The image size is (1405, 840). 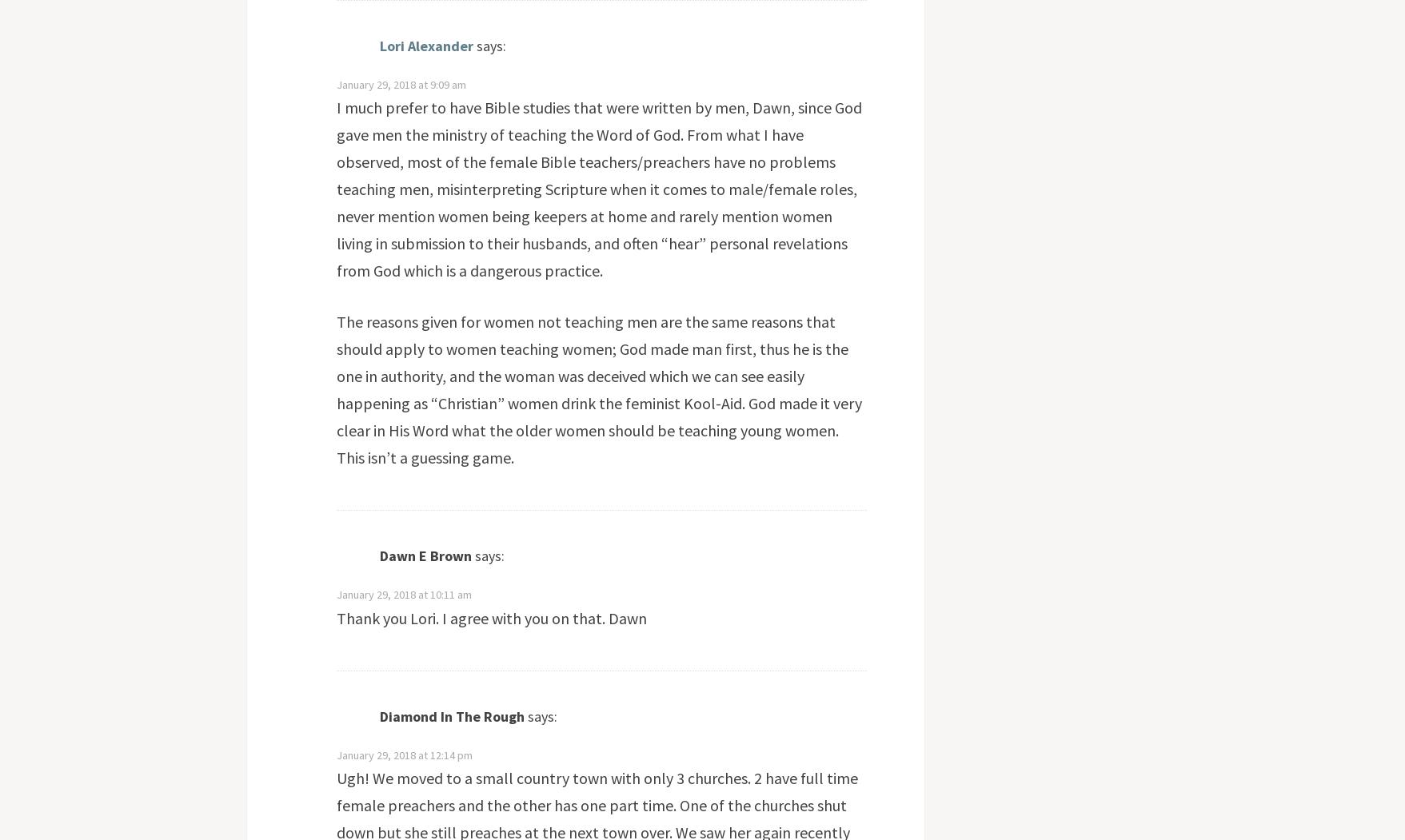 What do you see at coordinates (403, 595) in the screenshot?
I see `'January 29, 2018 at 10:11 am'` at bounding box center [403, 595].